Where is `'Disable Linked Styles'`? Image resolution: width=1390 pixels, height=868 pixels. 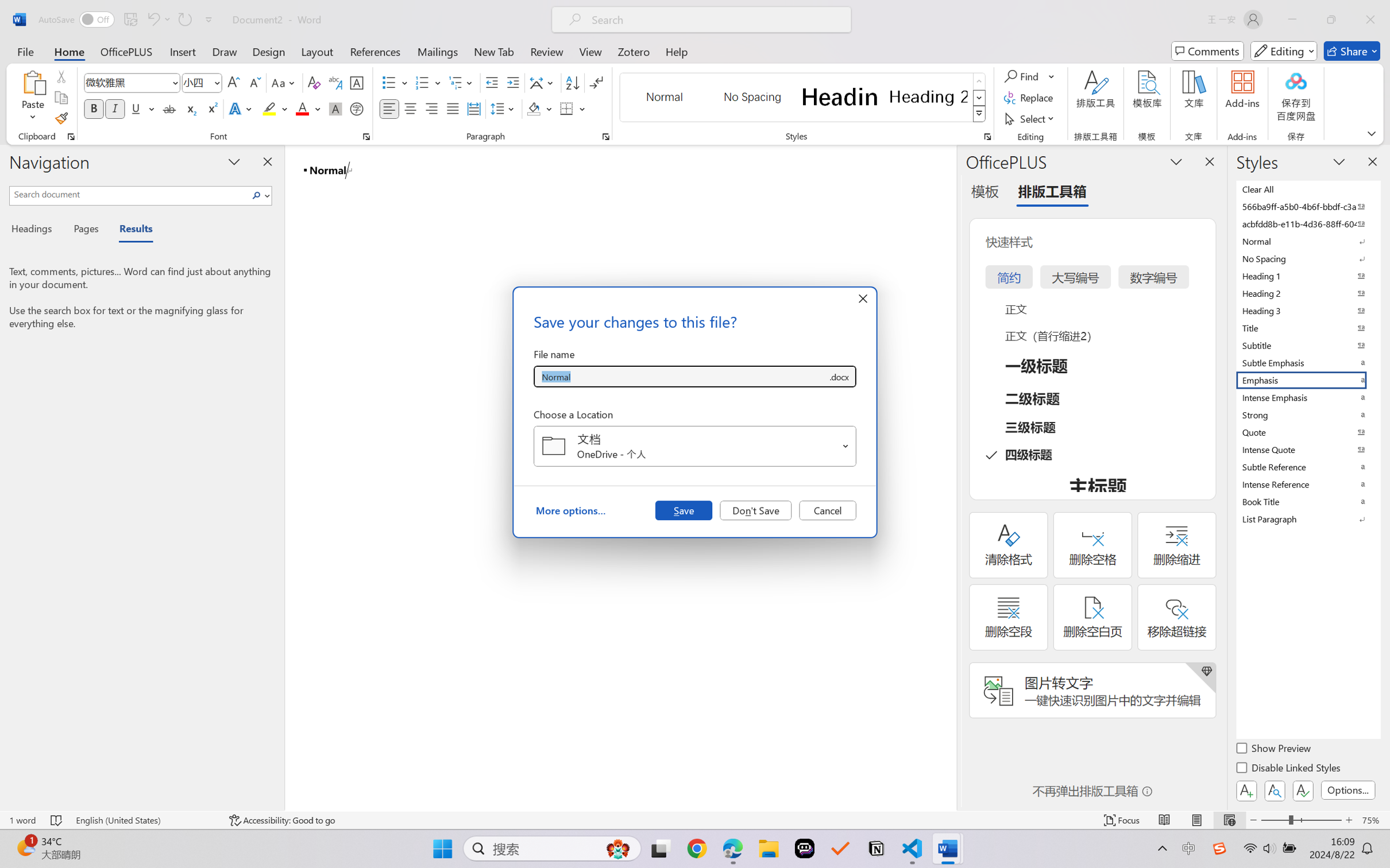
'Disable Linked Styles' is located at coordinates (1288, 769).